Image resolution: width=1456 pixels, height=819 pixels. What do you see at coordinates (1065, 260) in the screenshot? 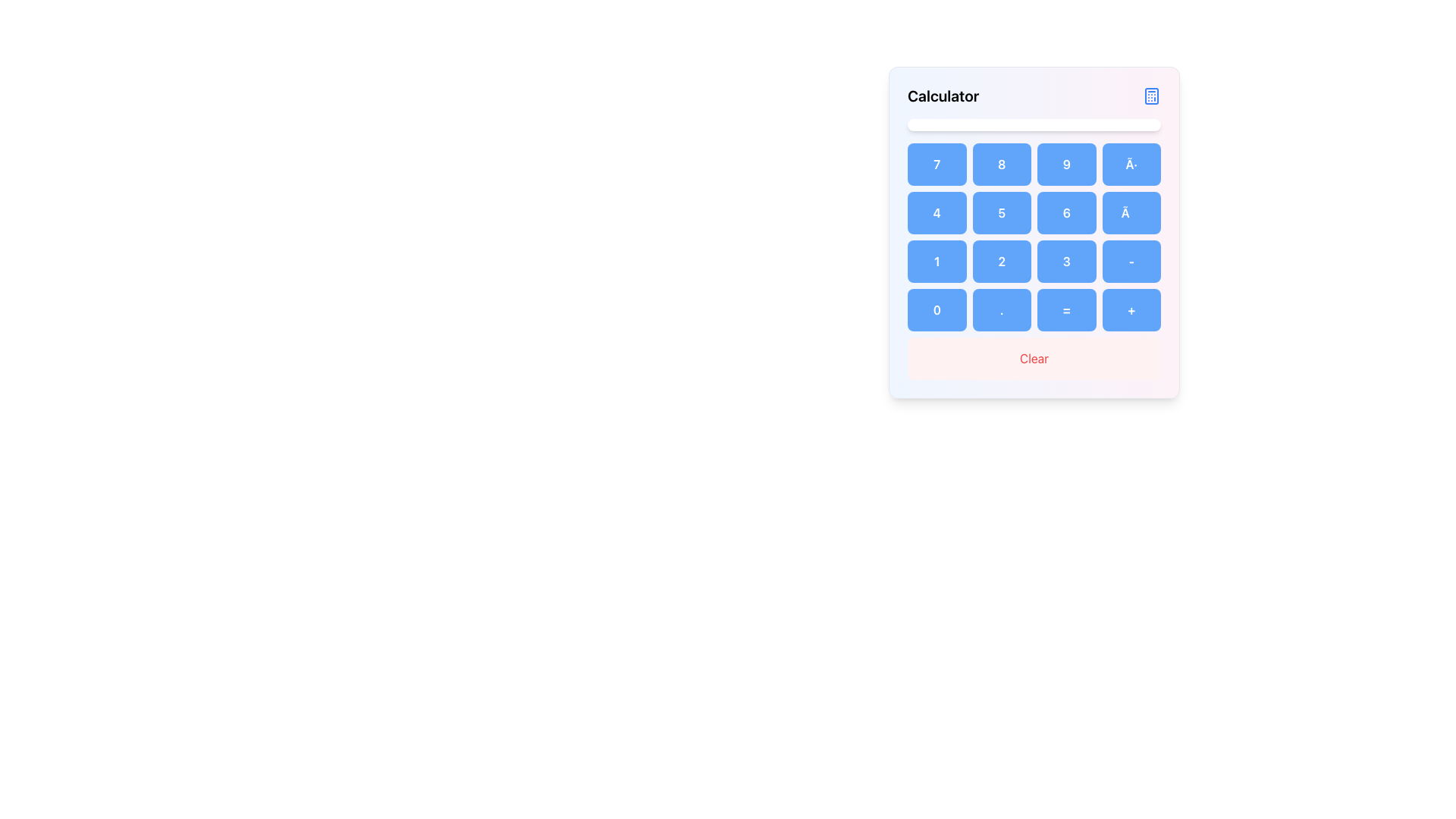
I see `the button representing the numeral '3' located in the third row and third column of the 4x4 grid keypad to input the number 3` at bounding box center [1065, 260].